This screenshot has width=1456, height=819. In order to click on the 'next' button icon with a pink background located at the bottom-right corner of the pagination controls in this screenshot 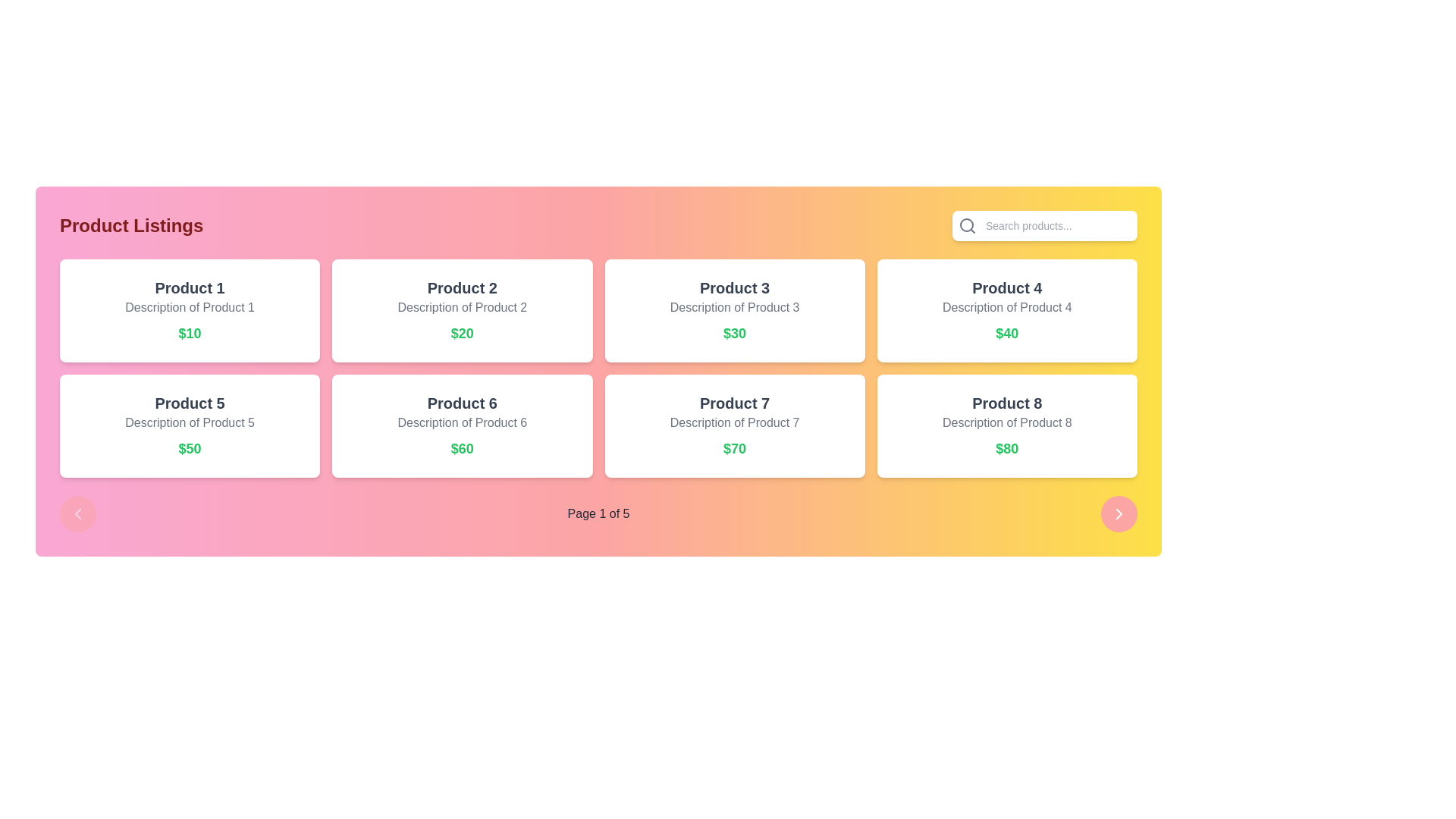, I will do `click(1119, 513)`.